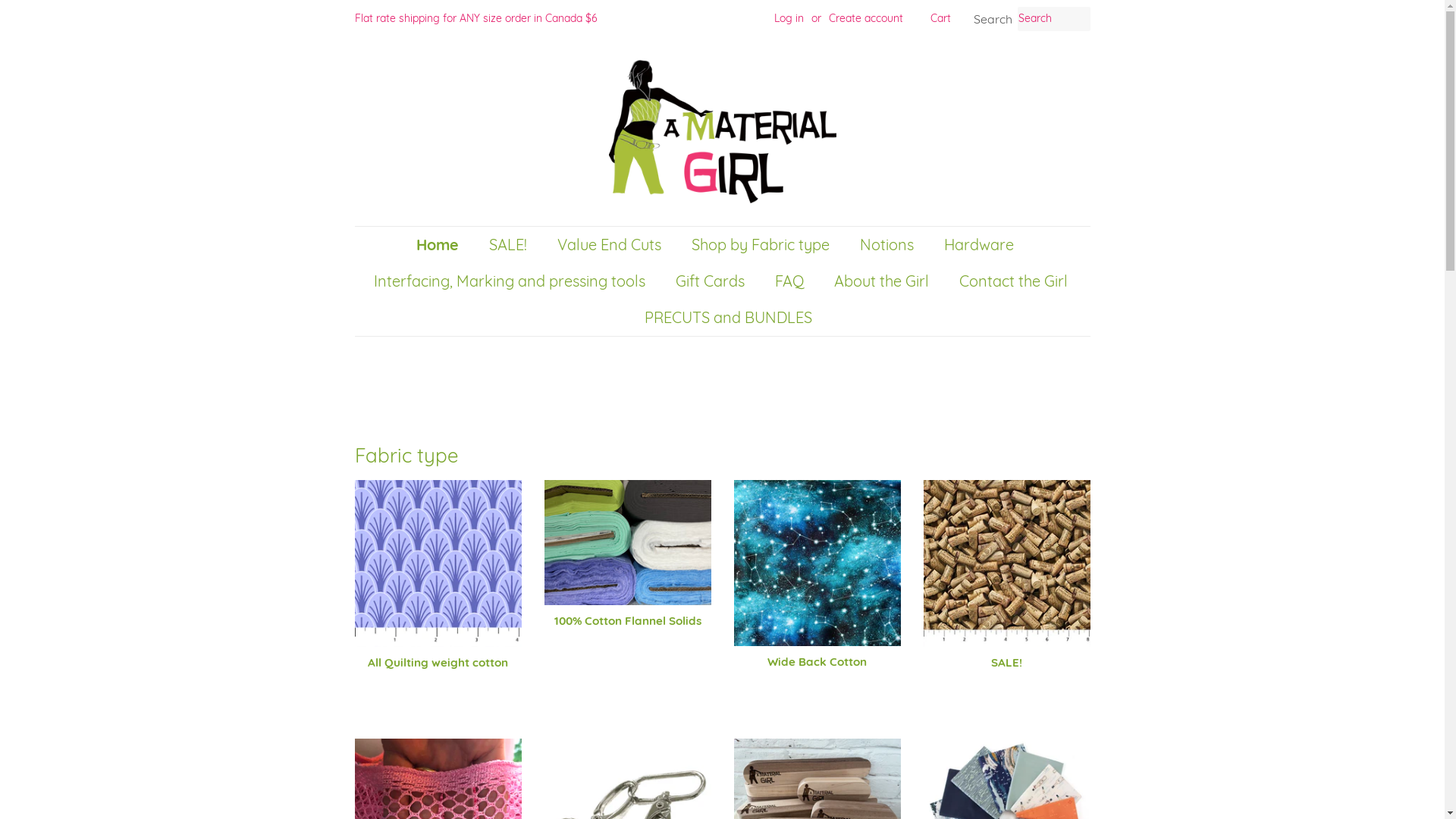  Describe the element at coordinates (415, 244) in the screenshot. I see `'Home'` at that location.